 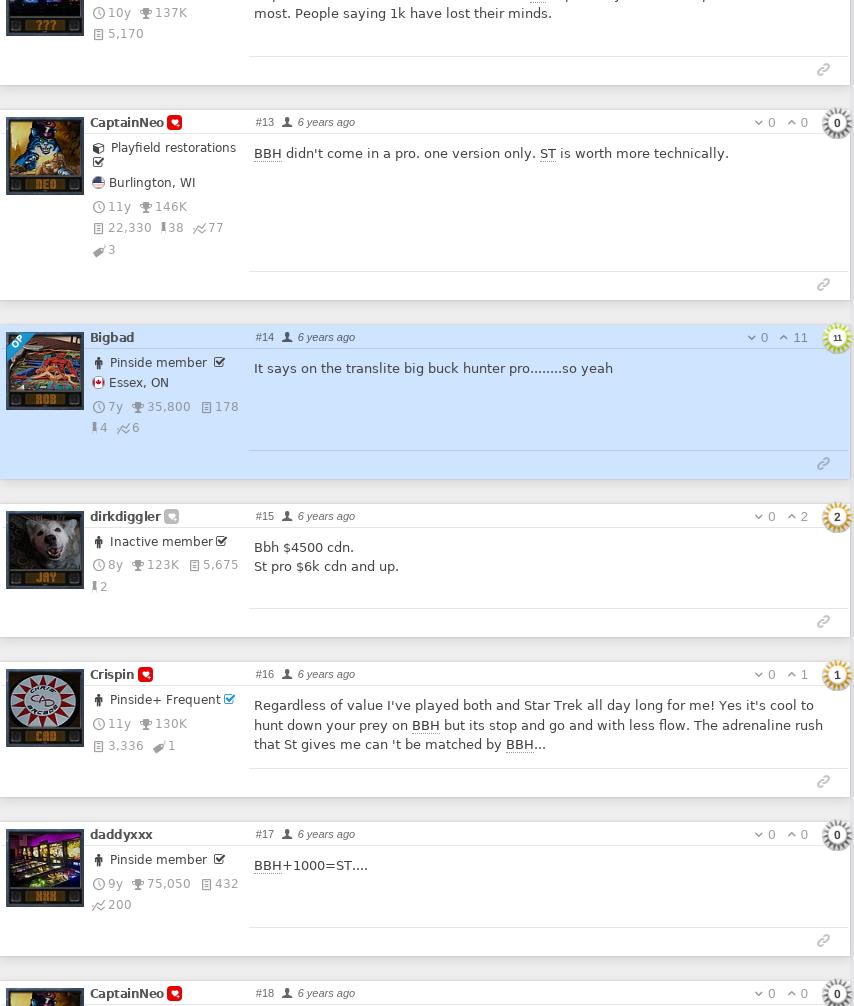 What do you see at coordinates (107, 903) in the screenshot?
I see `'200'` at bounding box center [107, 903].